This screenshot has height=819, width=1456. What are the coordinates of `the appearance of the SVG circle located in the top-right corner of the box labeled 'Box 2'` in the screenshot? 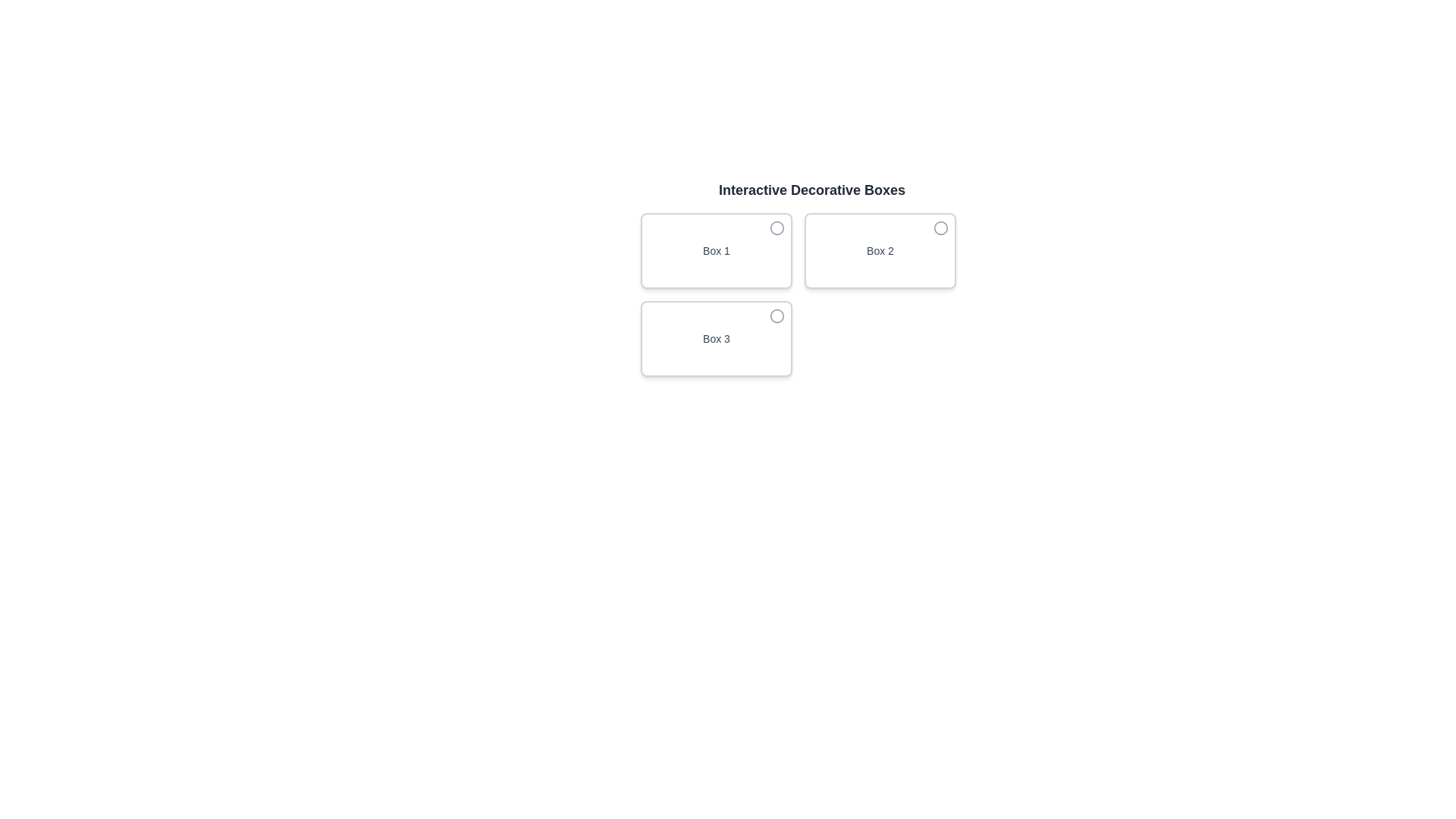 It's located at (940, 227).